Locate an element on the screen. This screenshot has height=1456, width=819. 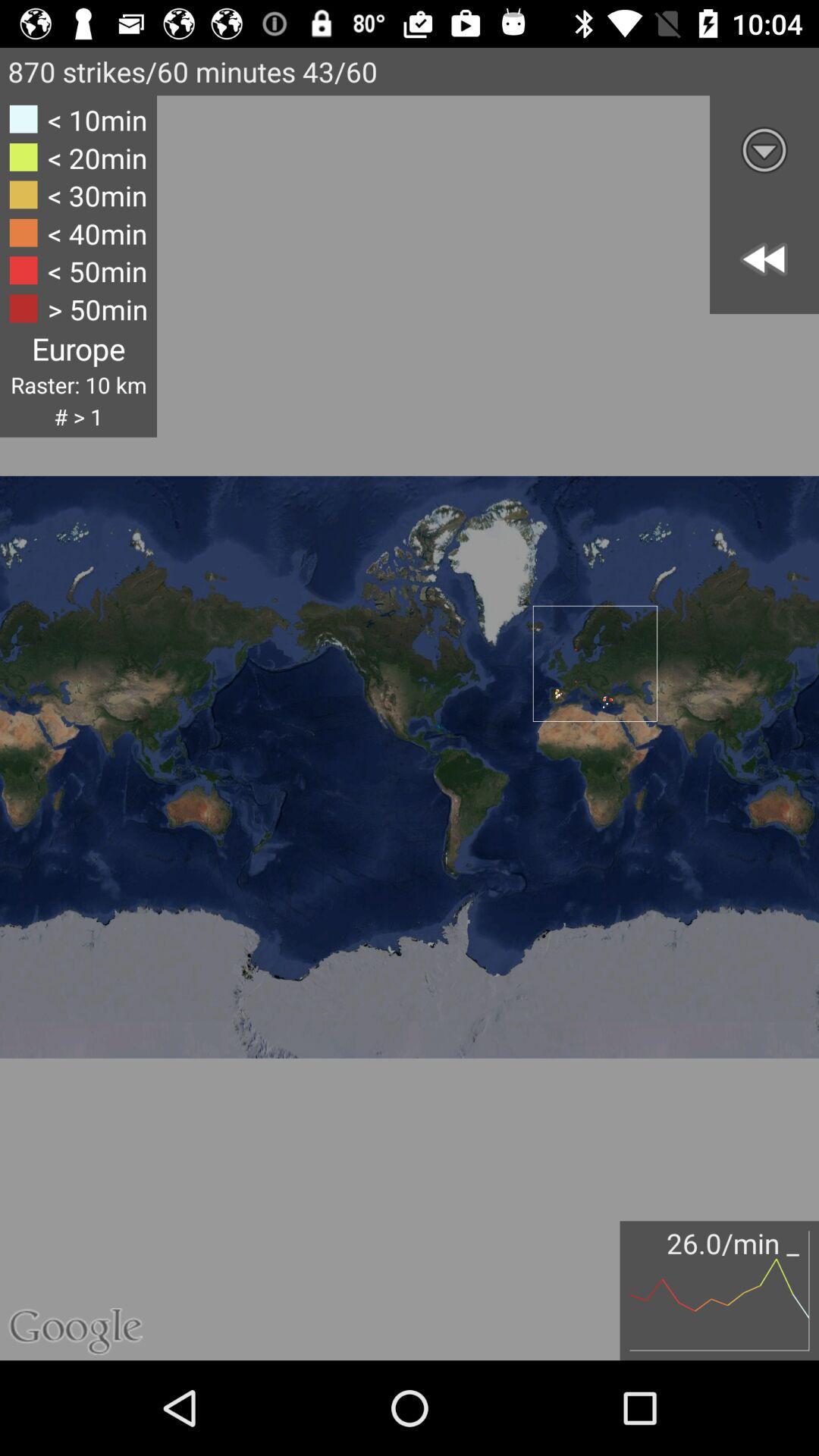
the icon below 870 strikes 60 item is located at coordinates (764, 149).